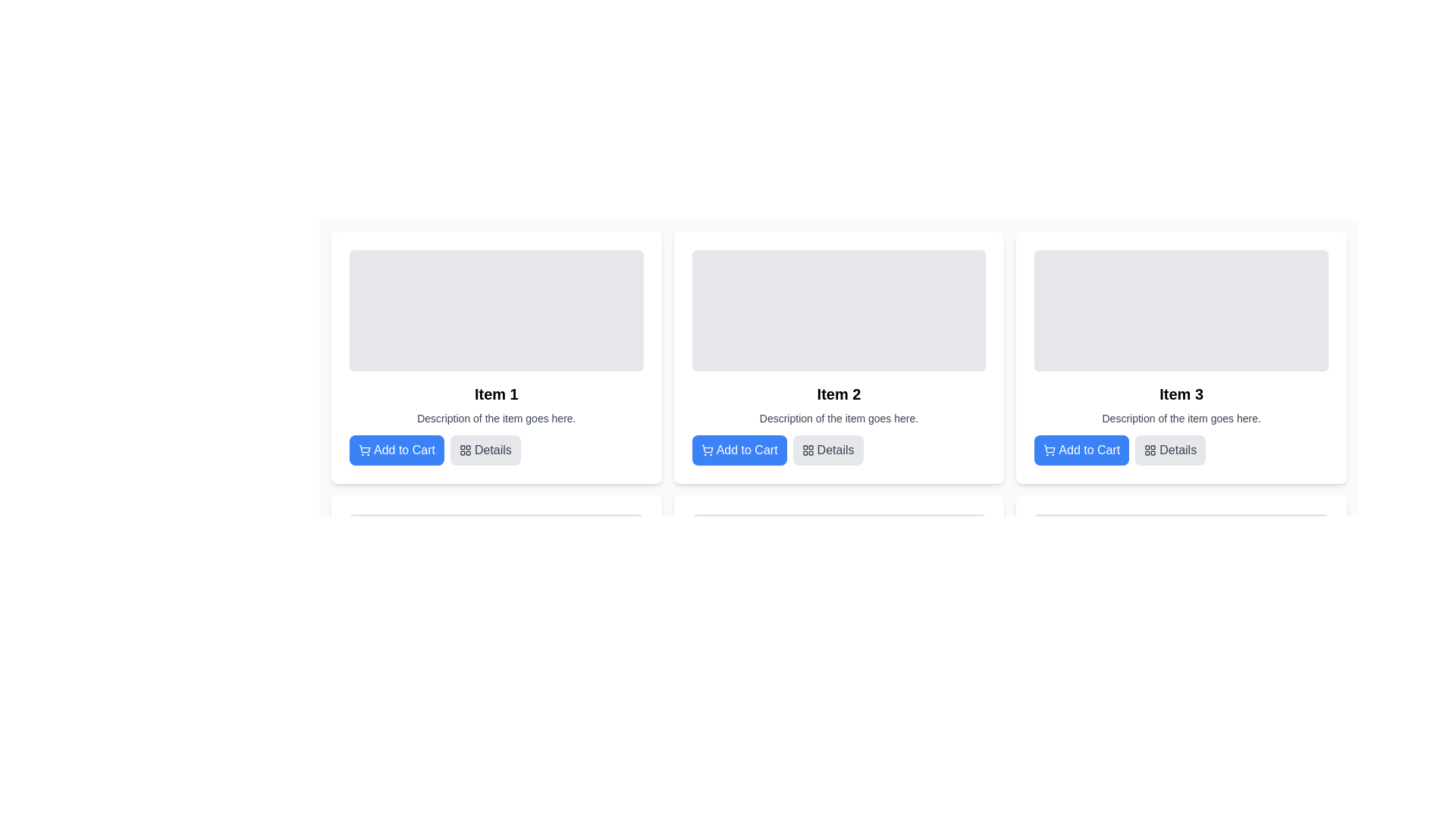  What do you see at coordinates (364, 450) in the screenshot?
I see `the shopping cart icon located to the left of the 'Add to Cart' button` at bounding box center [364, 450].